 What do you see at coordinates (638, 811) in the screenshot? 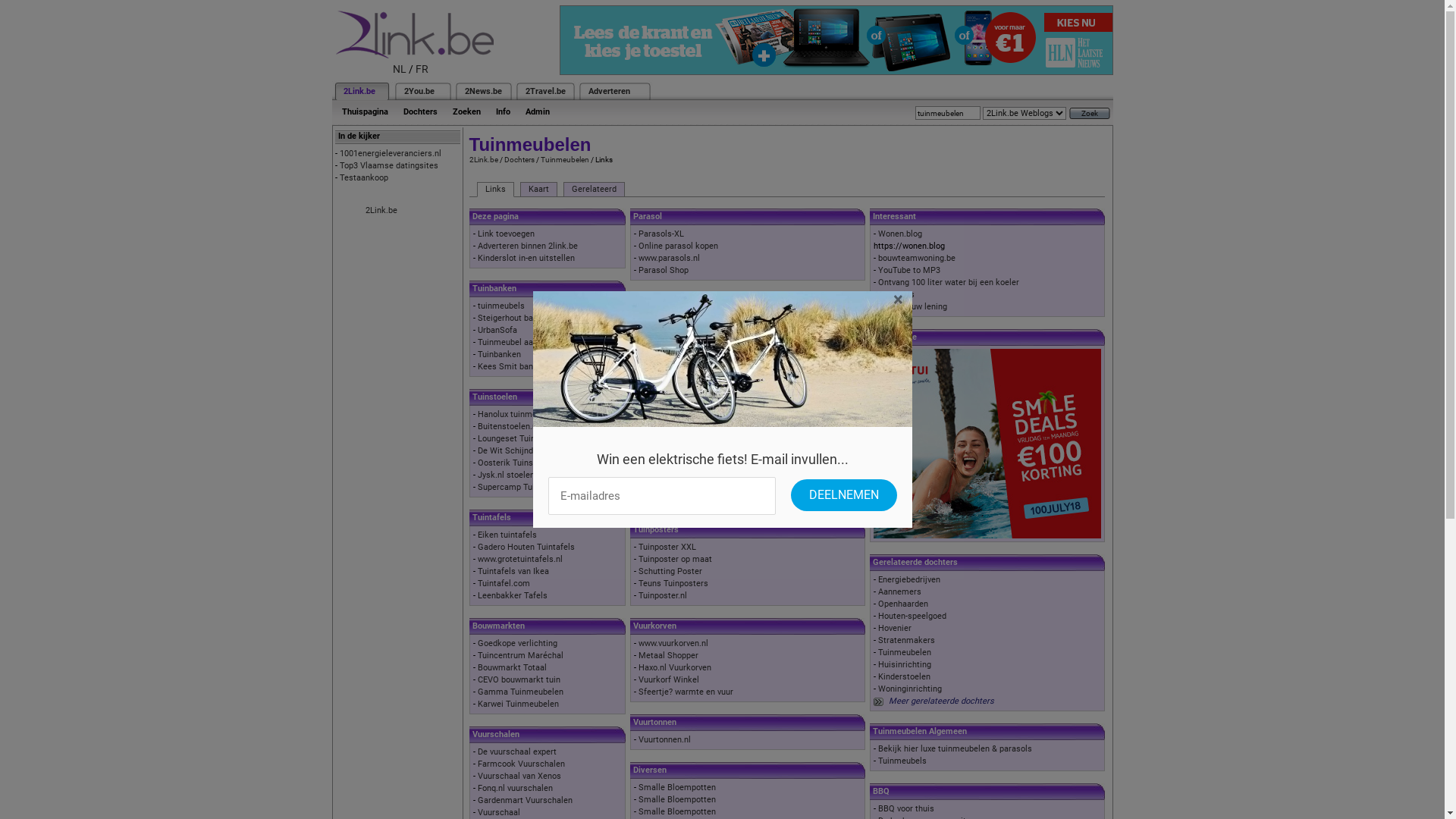
I see `'Smalle Bloempotten'` at bounding box center [638, 811].